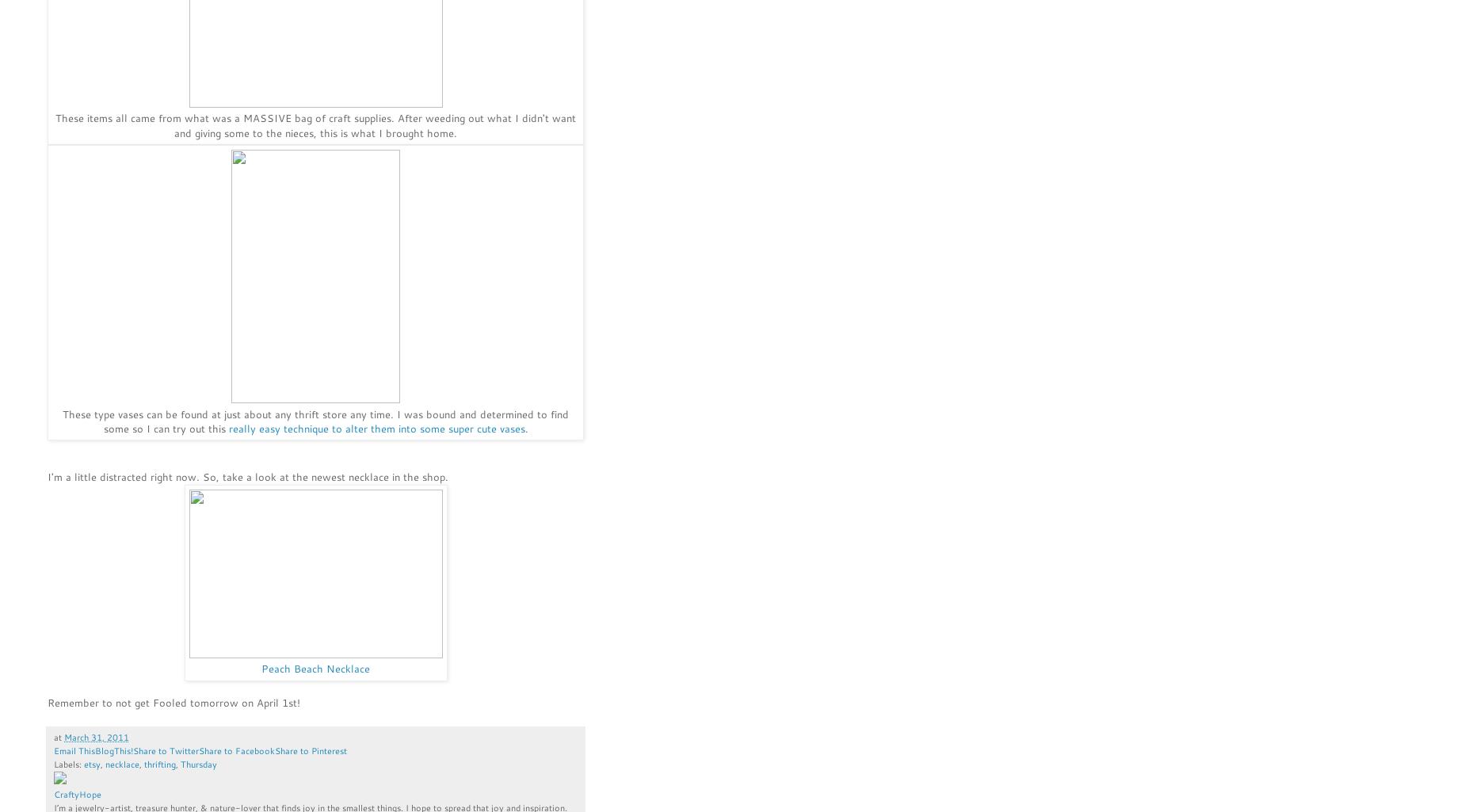 The width and height of the screenshot is (1472, 812). Describe the element at coordinates (165, 750) in the screenshot. I see `'Share to Twitter'` at that location.